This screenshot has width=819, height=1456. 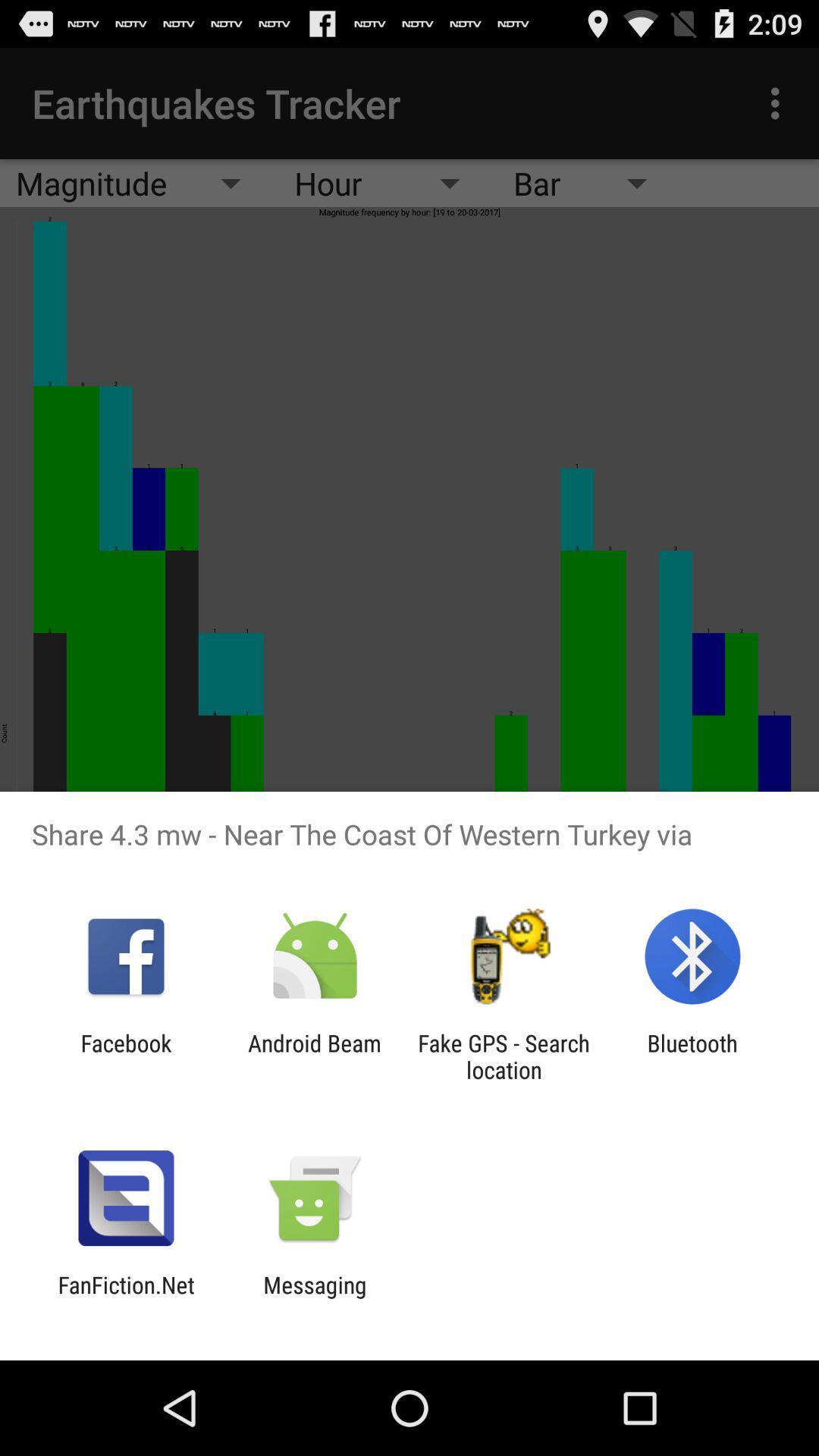 What do you see at coordinates (125, 1056) in the screenshot?
I see `app to the left of android beam icon` at bounding box center [125, 1056].